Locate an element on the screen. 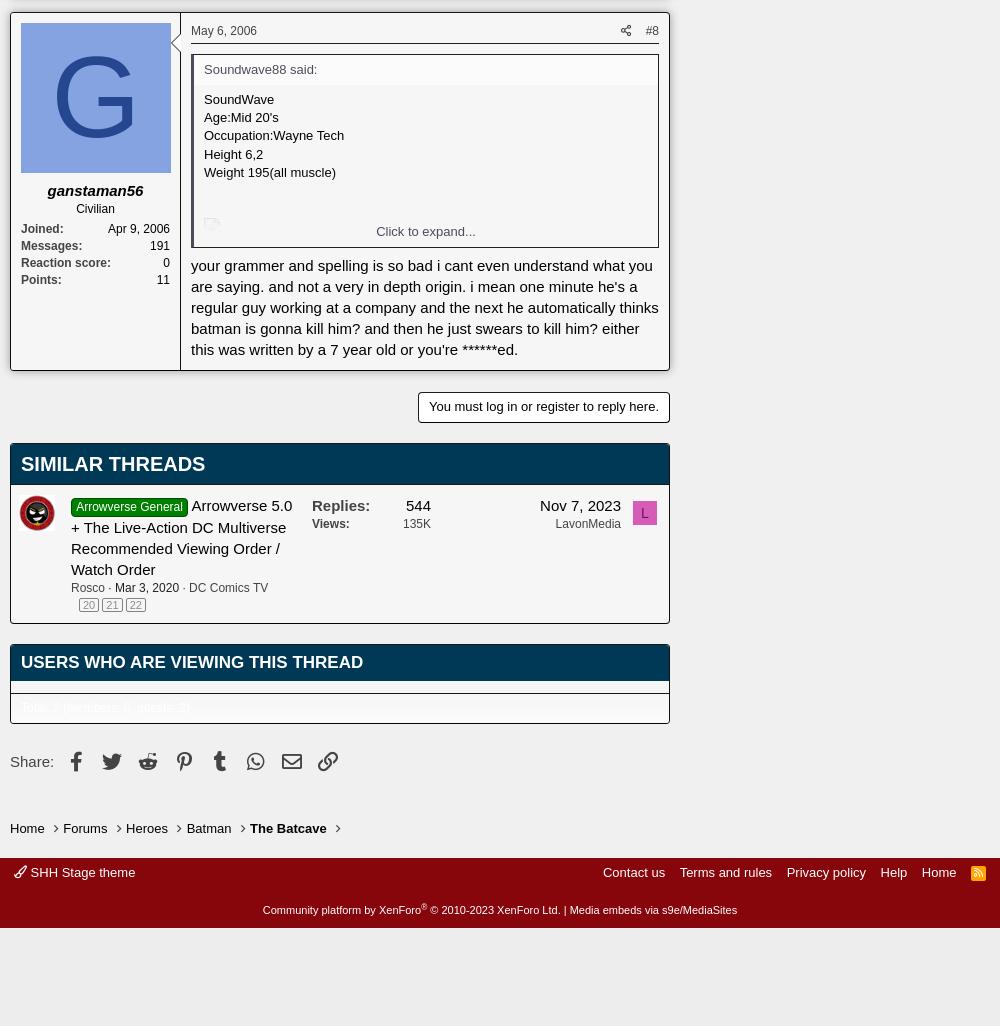 The width and height of the screenshot is (1000, 1026). 'Share:' is located at coordinates (32, 760).